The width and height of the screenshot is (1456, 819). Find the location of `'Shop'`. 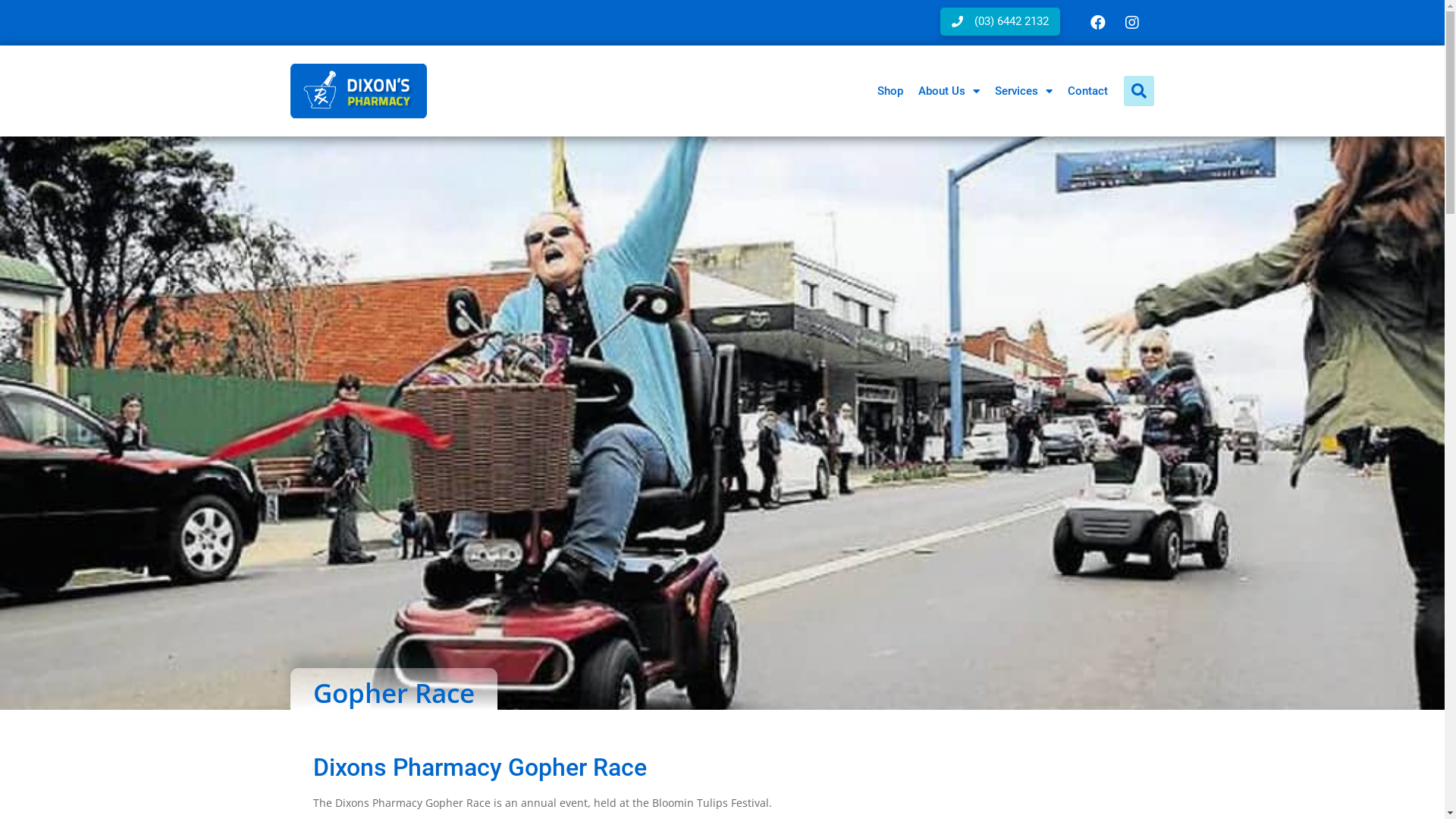

'Shop' is located at coordinates (889, 90).